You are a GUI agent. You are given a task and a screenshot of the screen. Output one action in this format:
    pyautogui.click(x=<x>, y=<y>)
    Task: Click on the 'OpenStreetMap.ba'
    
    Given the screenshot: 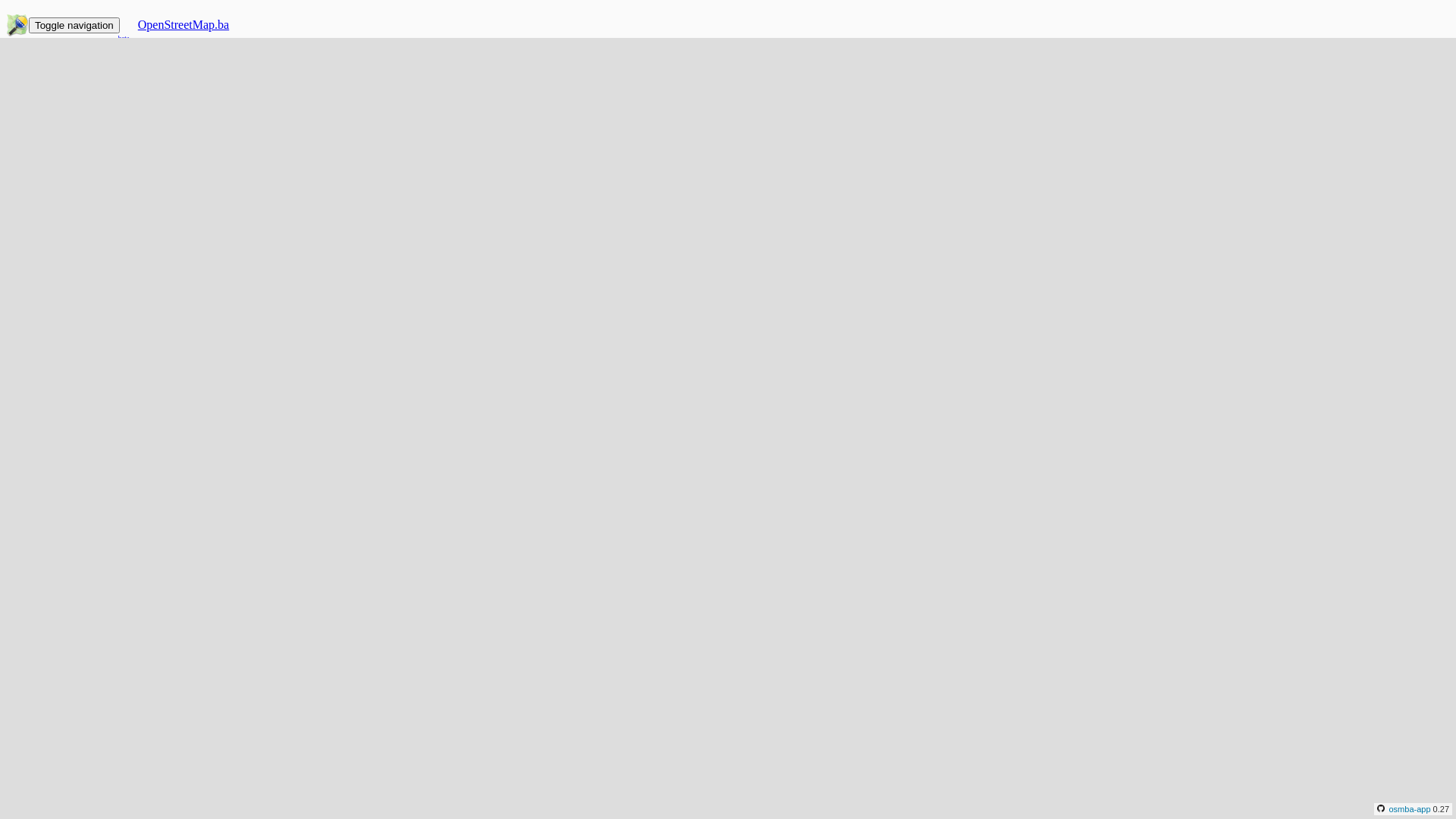 What is the action you would take?
    pyautogui.click(x=182, y=24)
    